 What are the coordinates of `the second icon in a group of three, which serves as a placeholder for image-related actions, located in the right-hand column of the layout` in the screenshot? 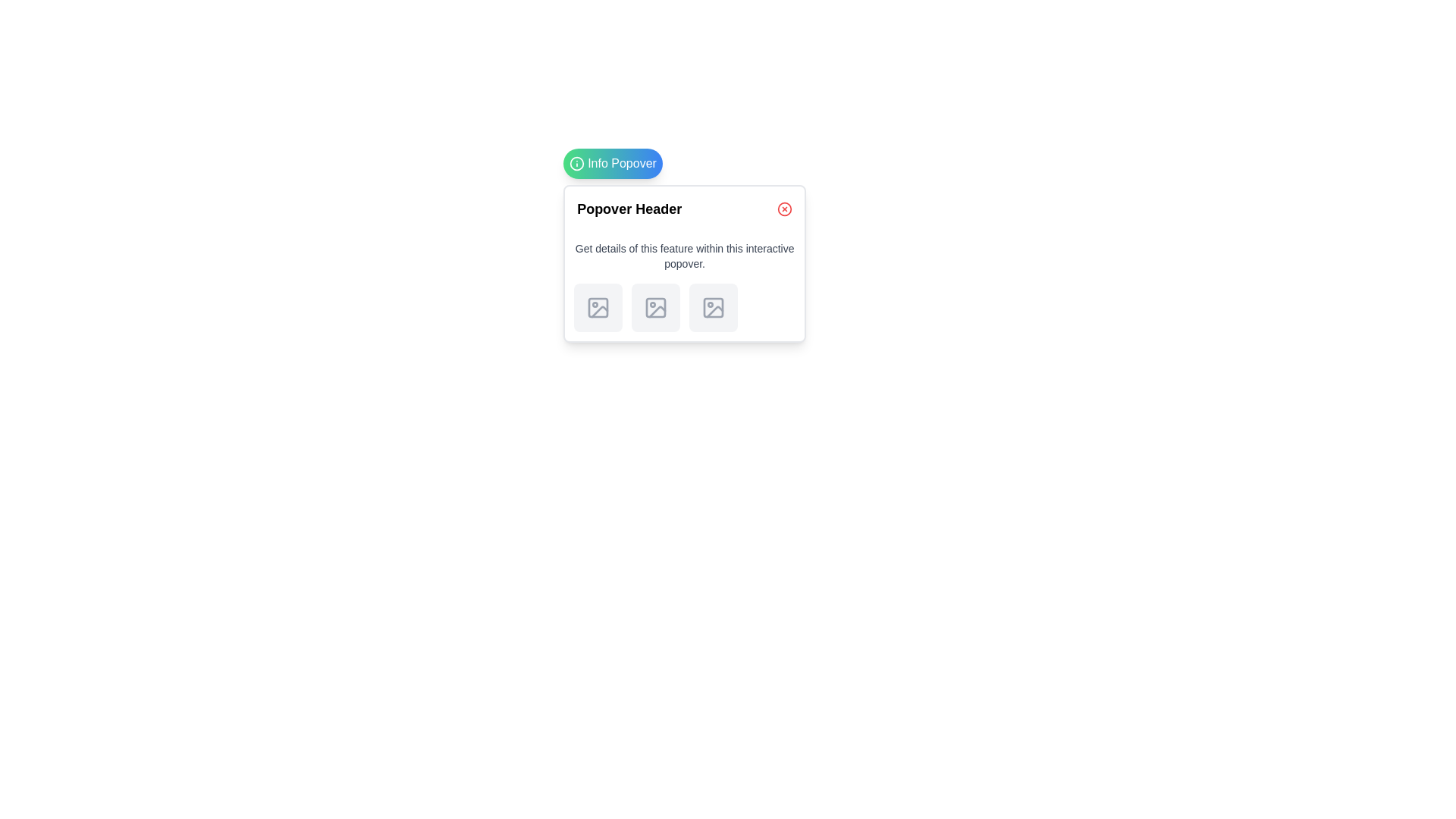 It's located at (656, 307).